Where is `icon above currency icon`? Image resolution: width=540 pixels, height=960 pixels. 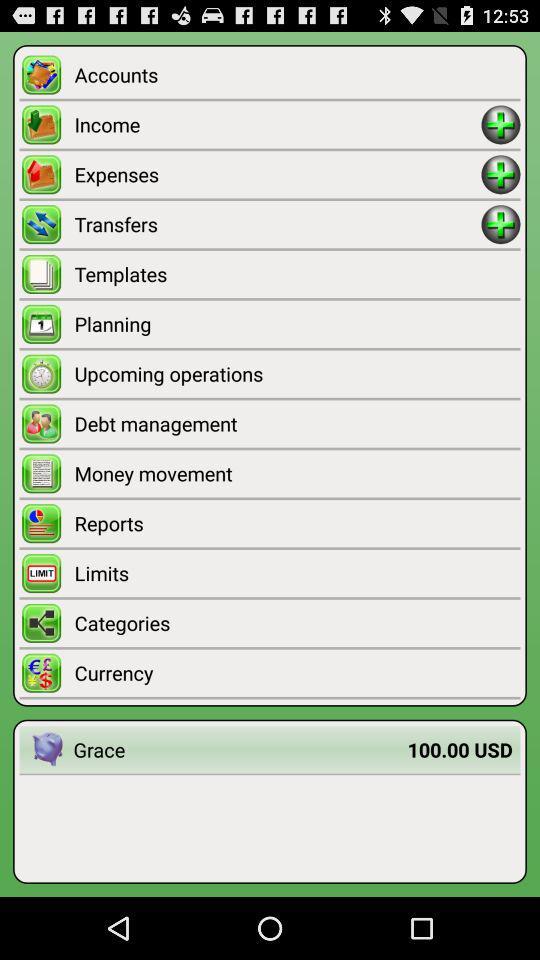
icon above currency icon is located at coordinates (296, 622).